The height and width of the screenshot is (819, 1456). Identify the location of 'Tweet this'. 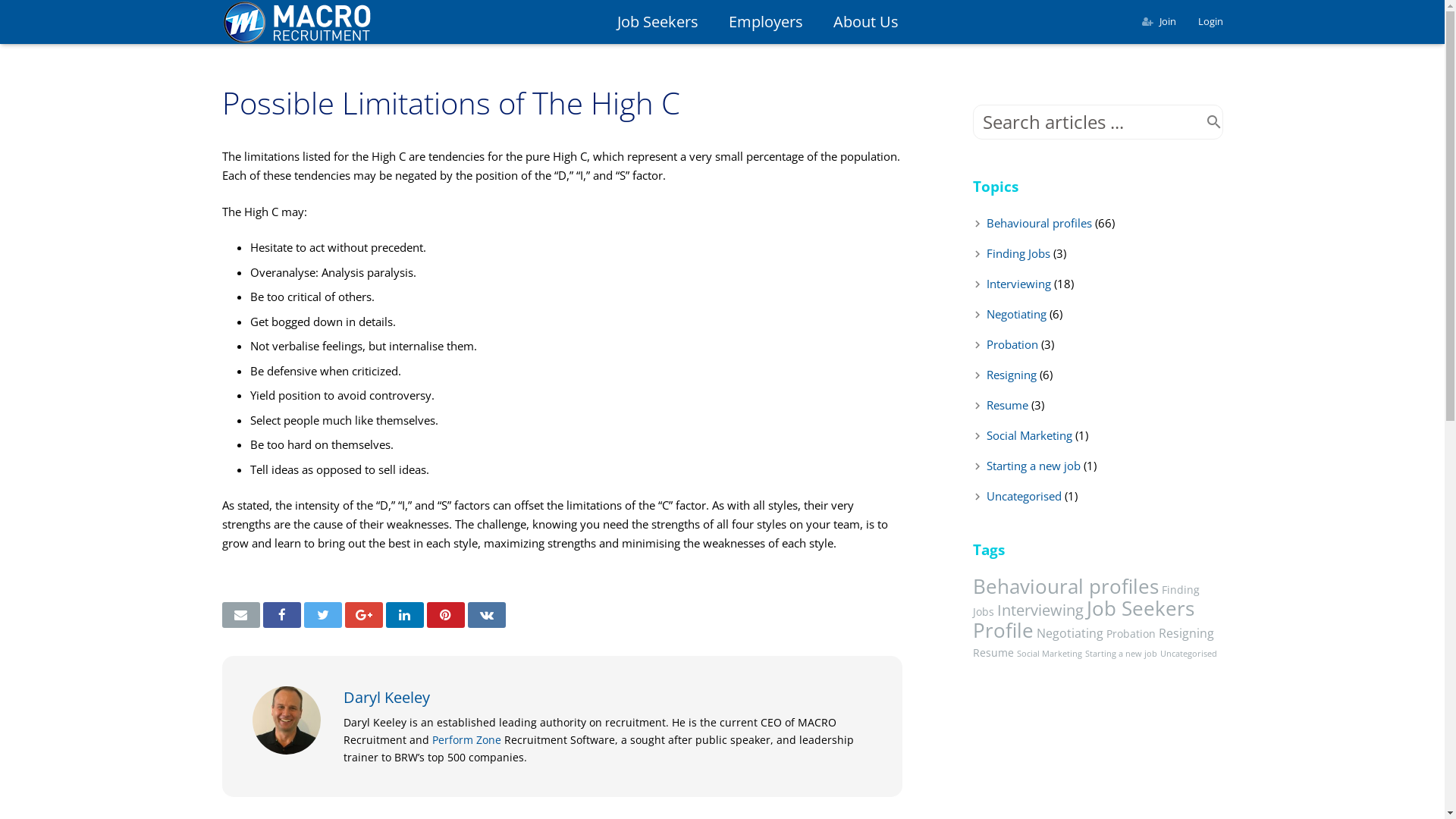
(303, 614).